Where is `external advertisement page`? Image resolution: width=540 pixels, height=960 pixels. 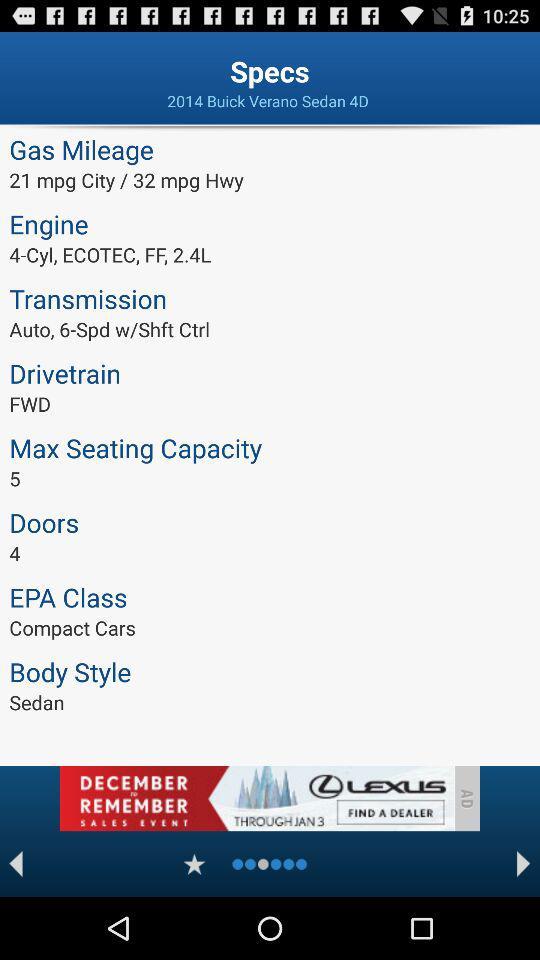 external advertisement page is located at coordinates (256, 798).